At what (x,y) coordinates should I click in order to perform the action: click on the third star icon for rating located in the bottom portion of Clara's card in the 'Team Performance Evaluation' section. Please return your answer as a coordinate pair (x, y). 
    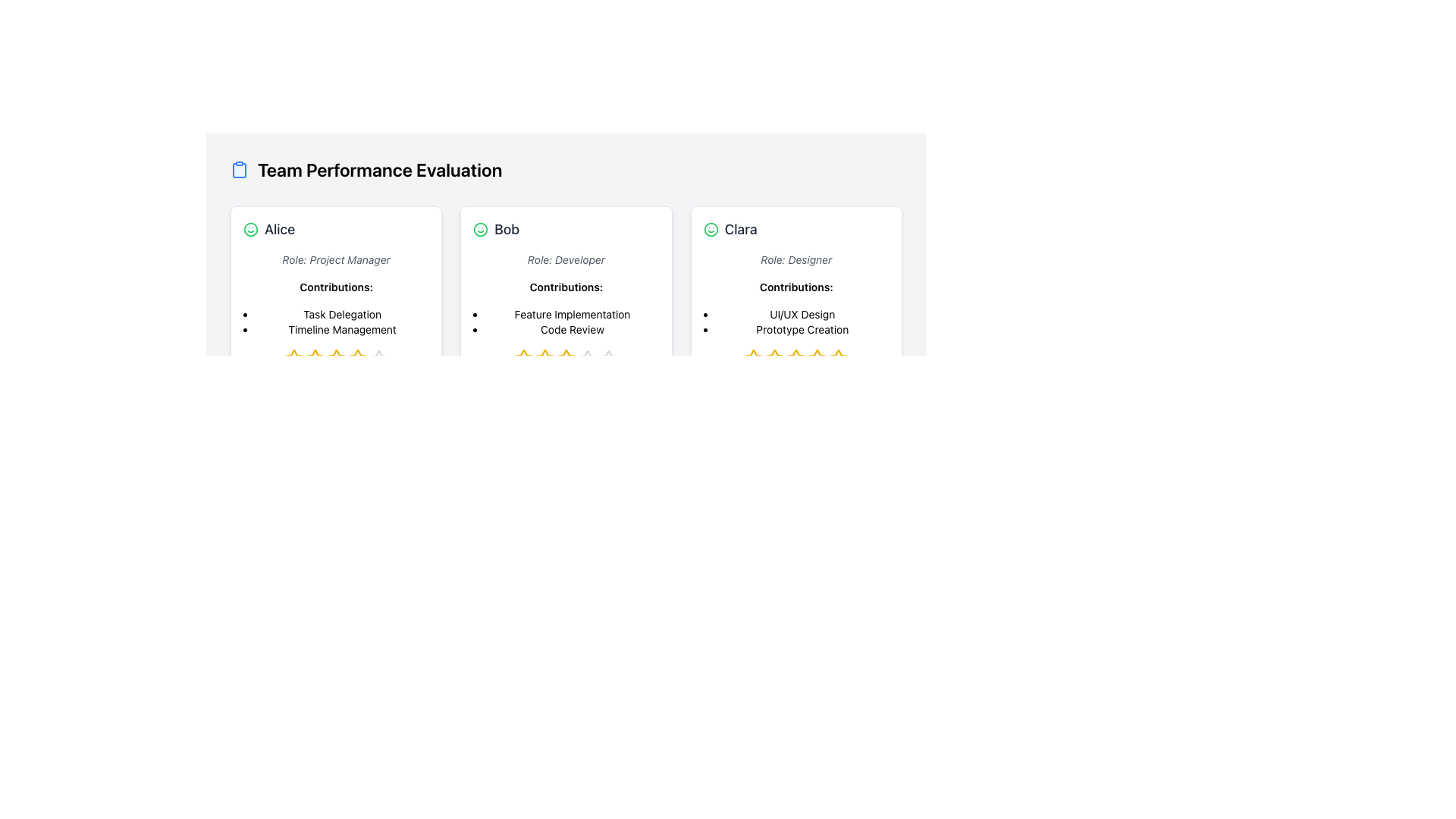
    Looking at the image, I should click on (795, 357).